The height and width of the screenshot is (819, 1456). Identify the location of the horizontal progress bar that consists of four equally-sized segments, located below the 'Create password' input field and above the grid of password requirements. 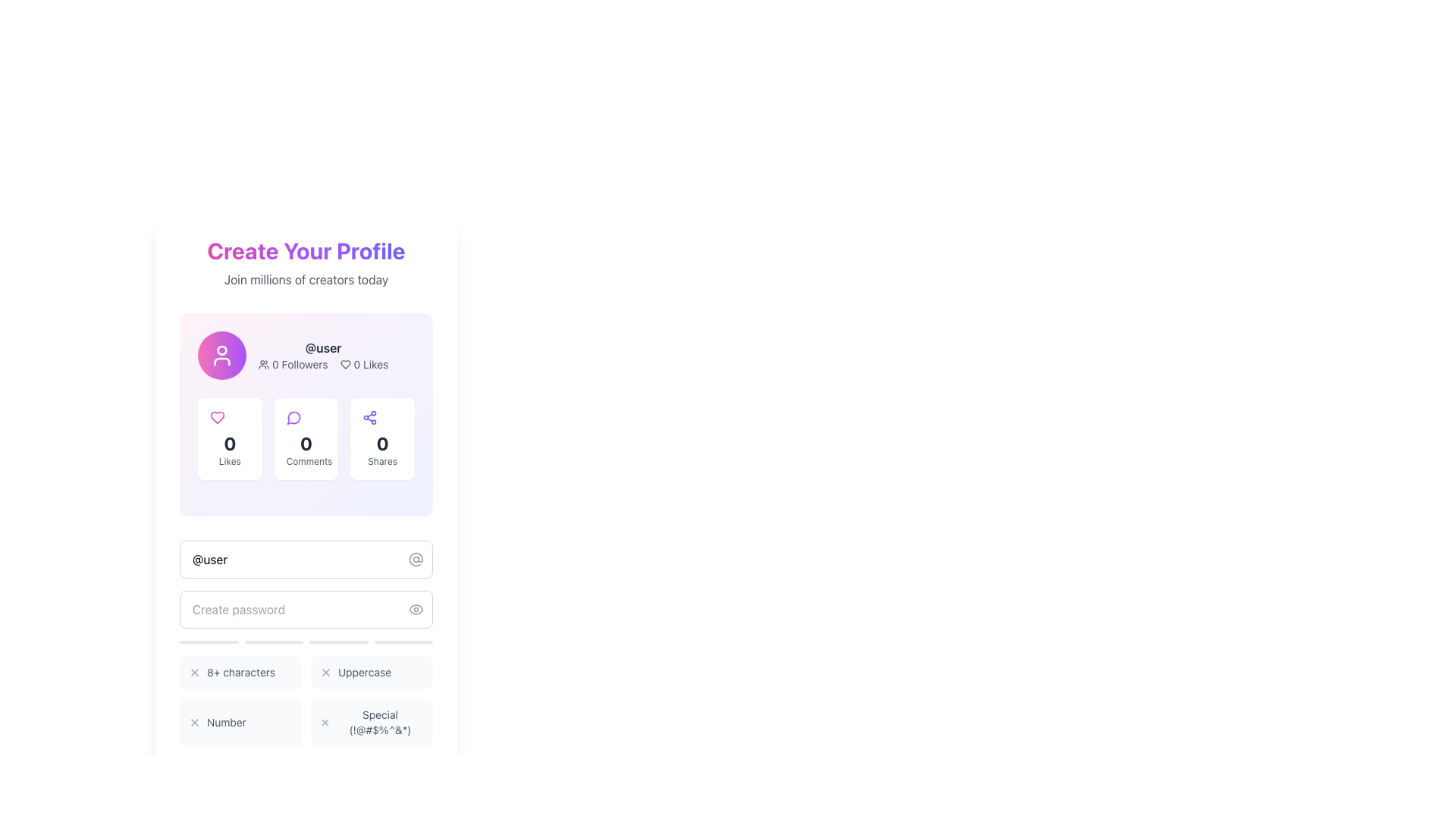
(305, 642).